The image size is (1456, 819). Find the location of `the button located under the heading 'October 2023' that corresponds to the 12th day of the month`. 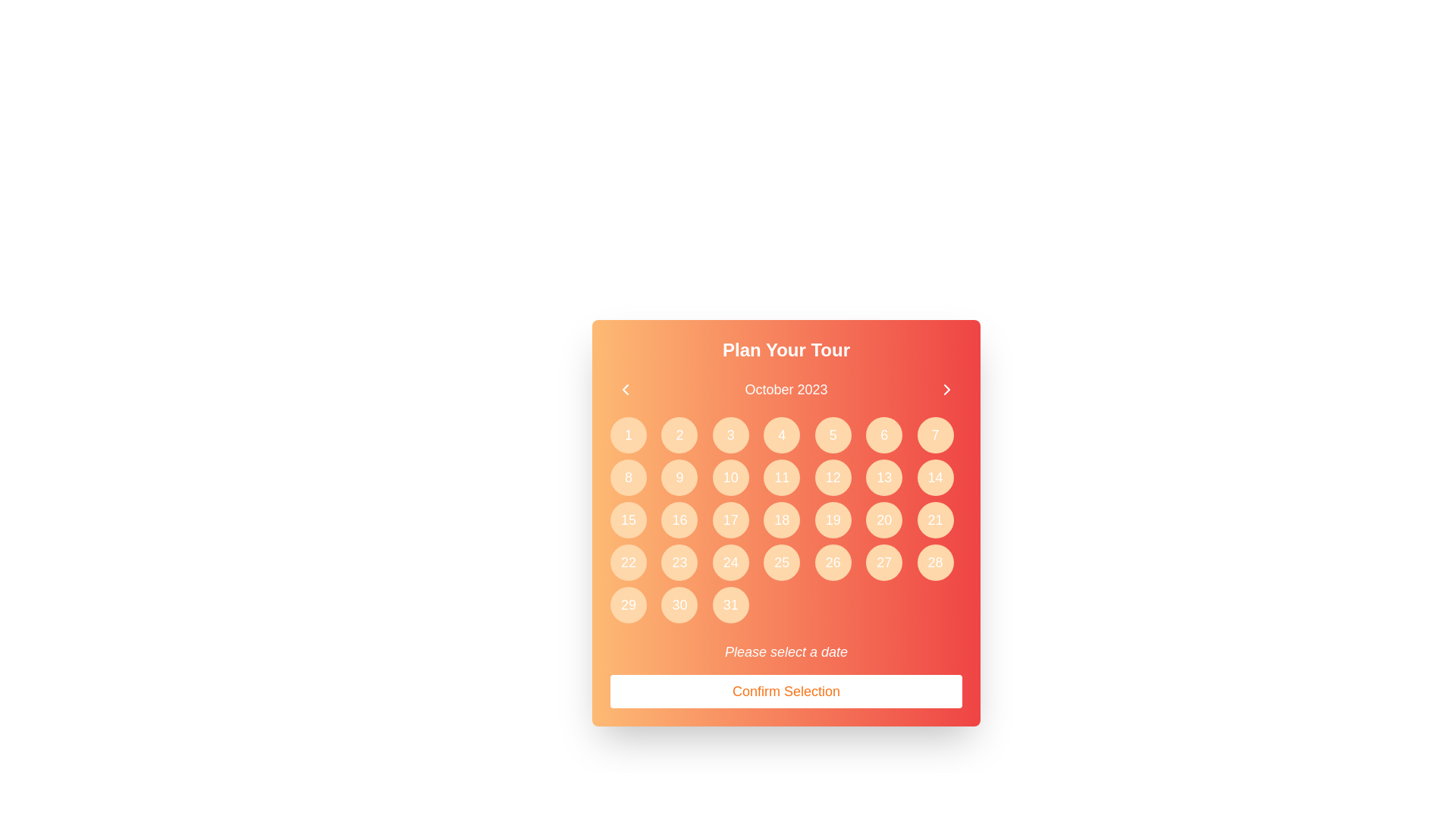

the button located under the heading 'October 2023' that corresponds to the 12th day of the month is located at coordinates (832, 476).